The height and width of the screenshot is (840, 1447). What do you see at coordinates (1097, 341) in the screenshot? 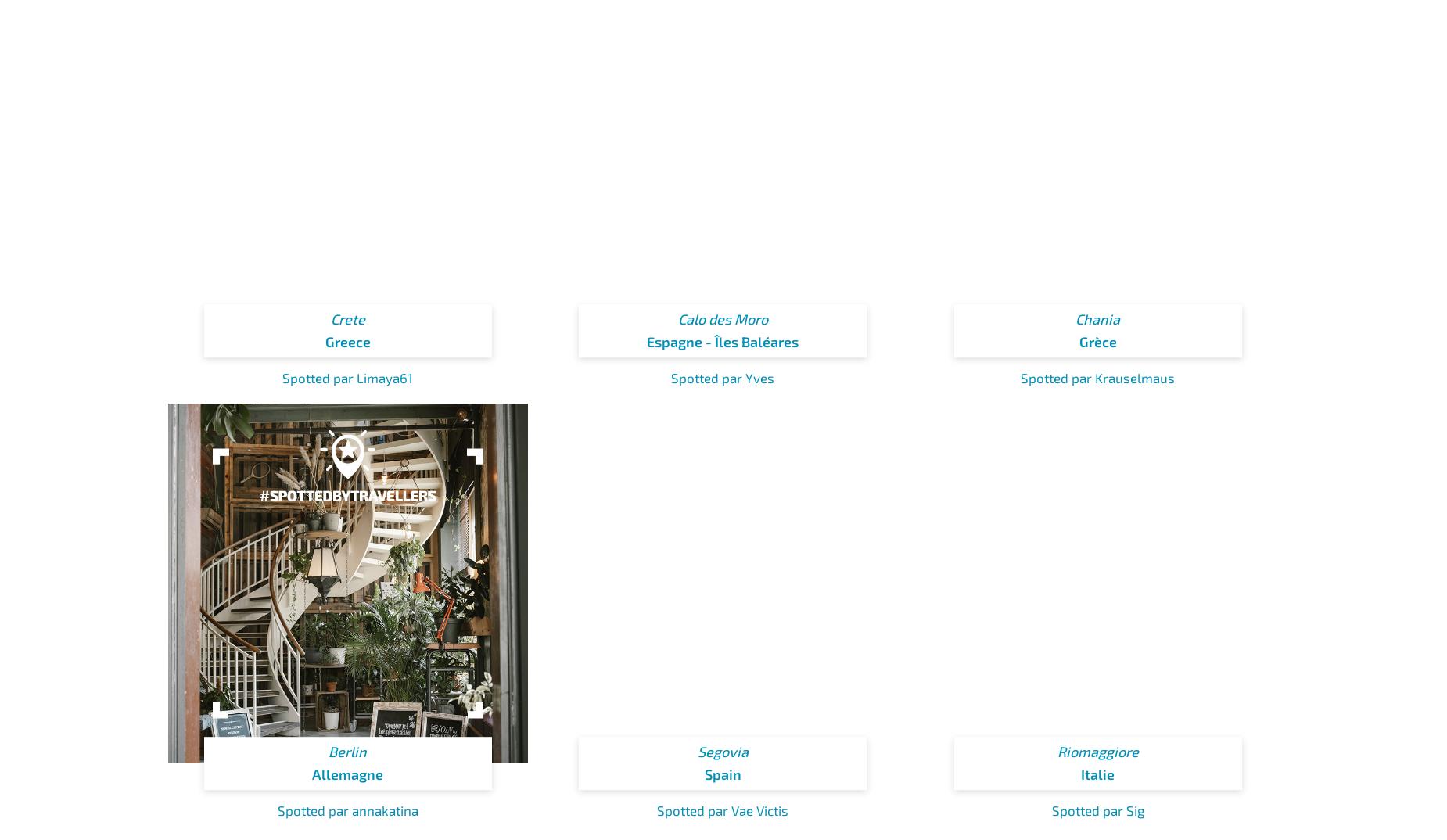
I see `'Grèce'` at bounding box center [1097, 341].